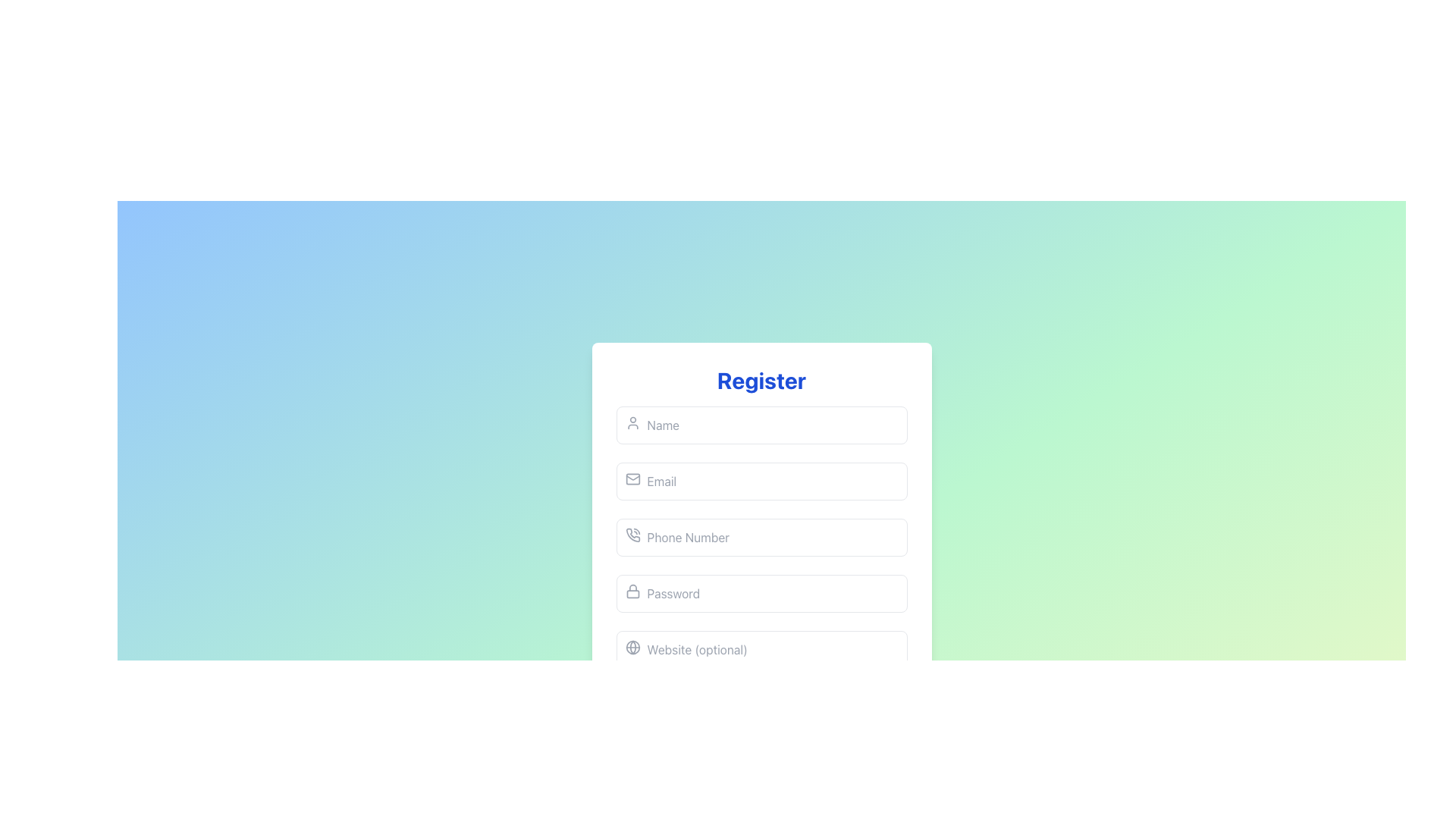  Describe the element at coordinates (632, 479) in the screenshot. I see `the Email icon component of the envelope symbol in the registration form, which is positioned to the left of the Email input field` at that location.